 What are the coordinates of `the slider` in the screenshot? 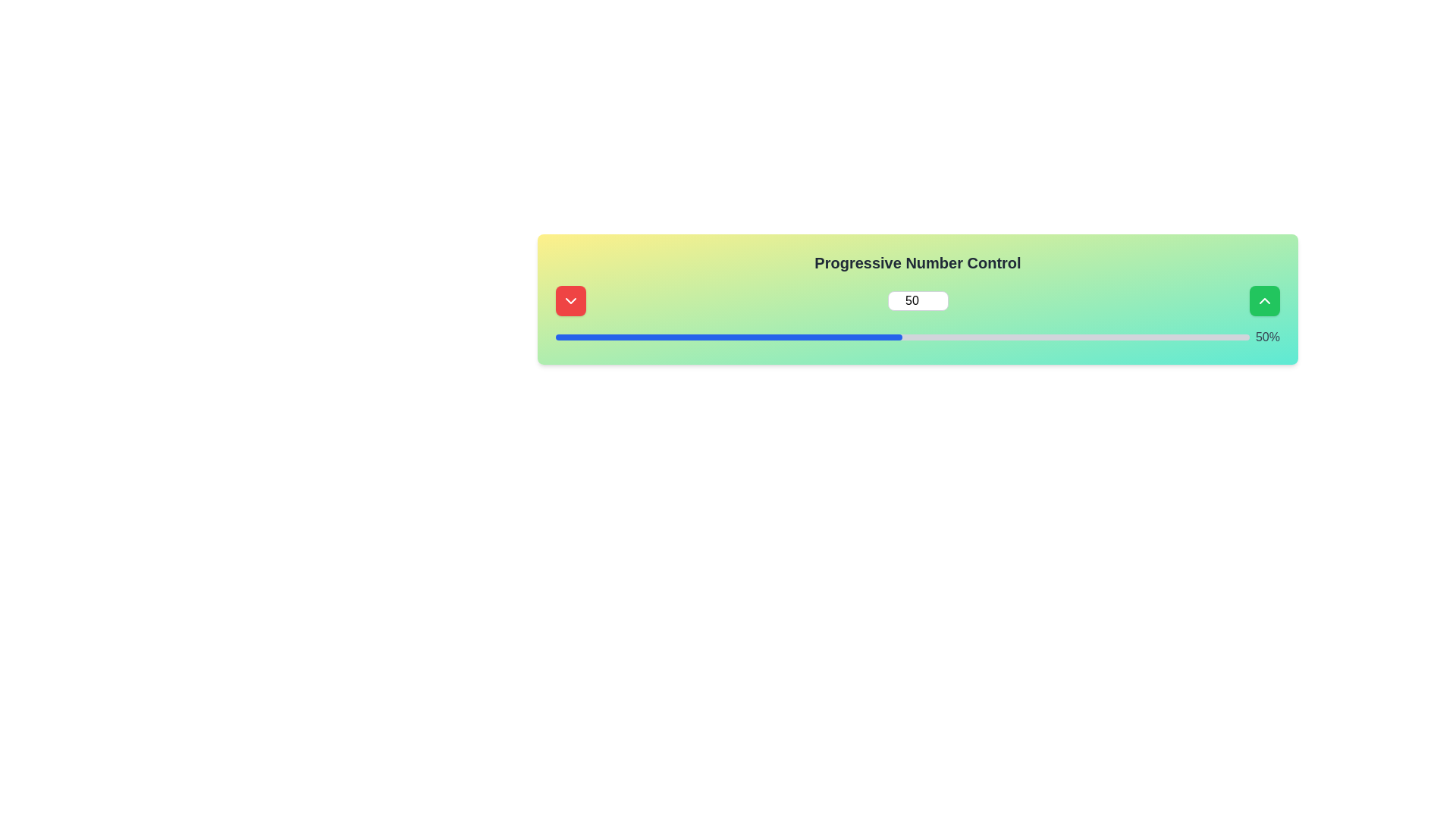 It's located at (1152, 336).